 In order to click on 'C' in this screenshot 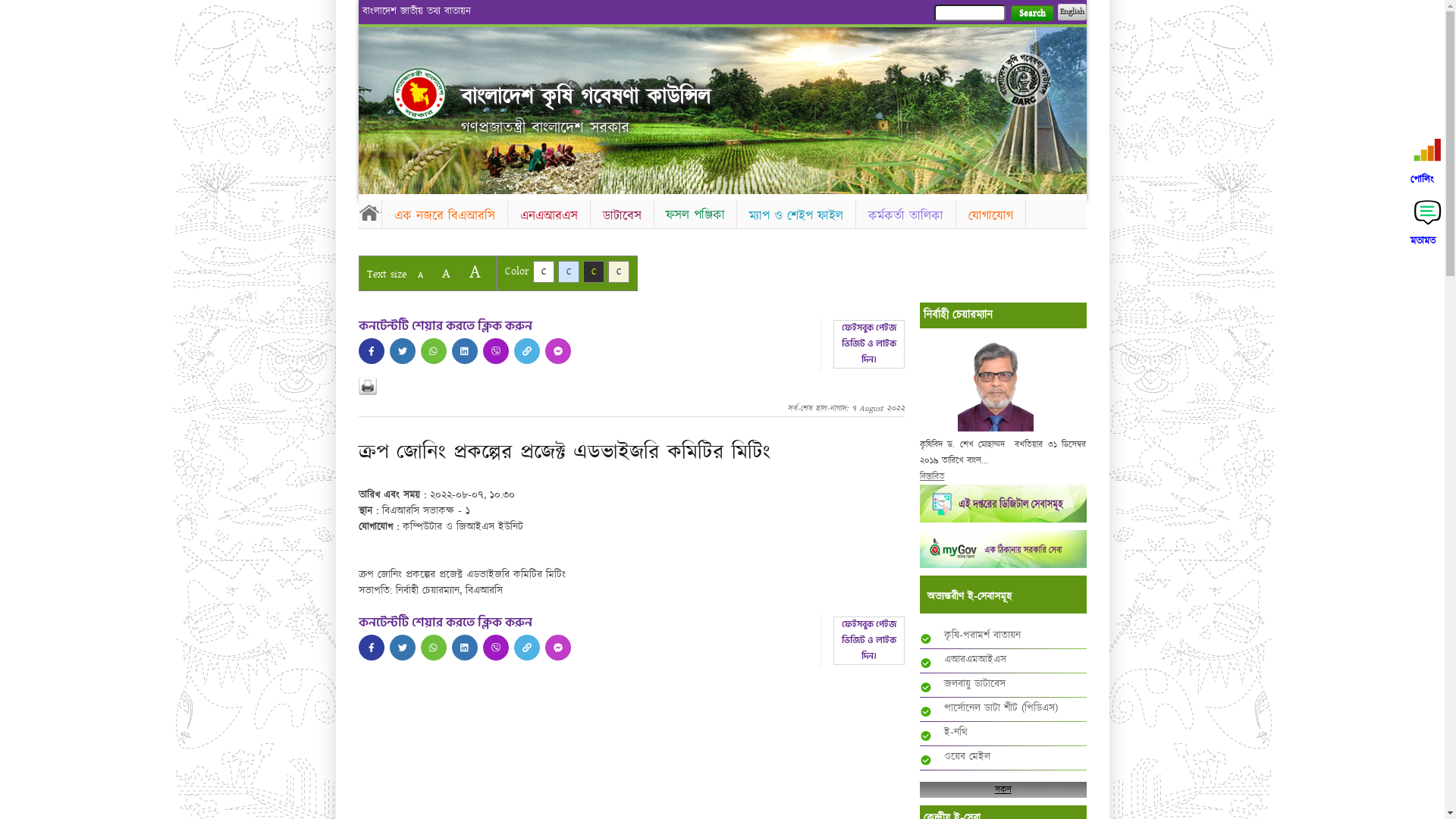, I will do `click(607, 271)`.